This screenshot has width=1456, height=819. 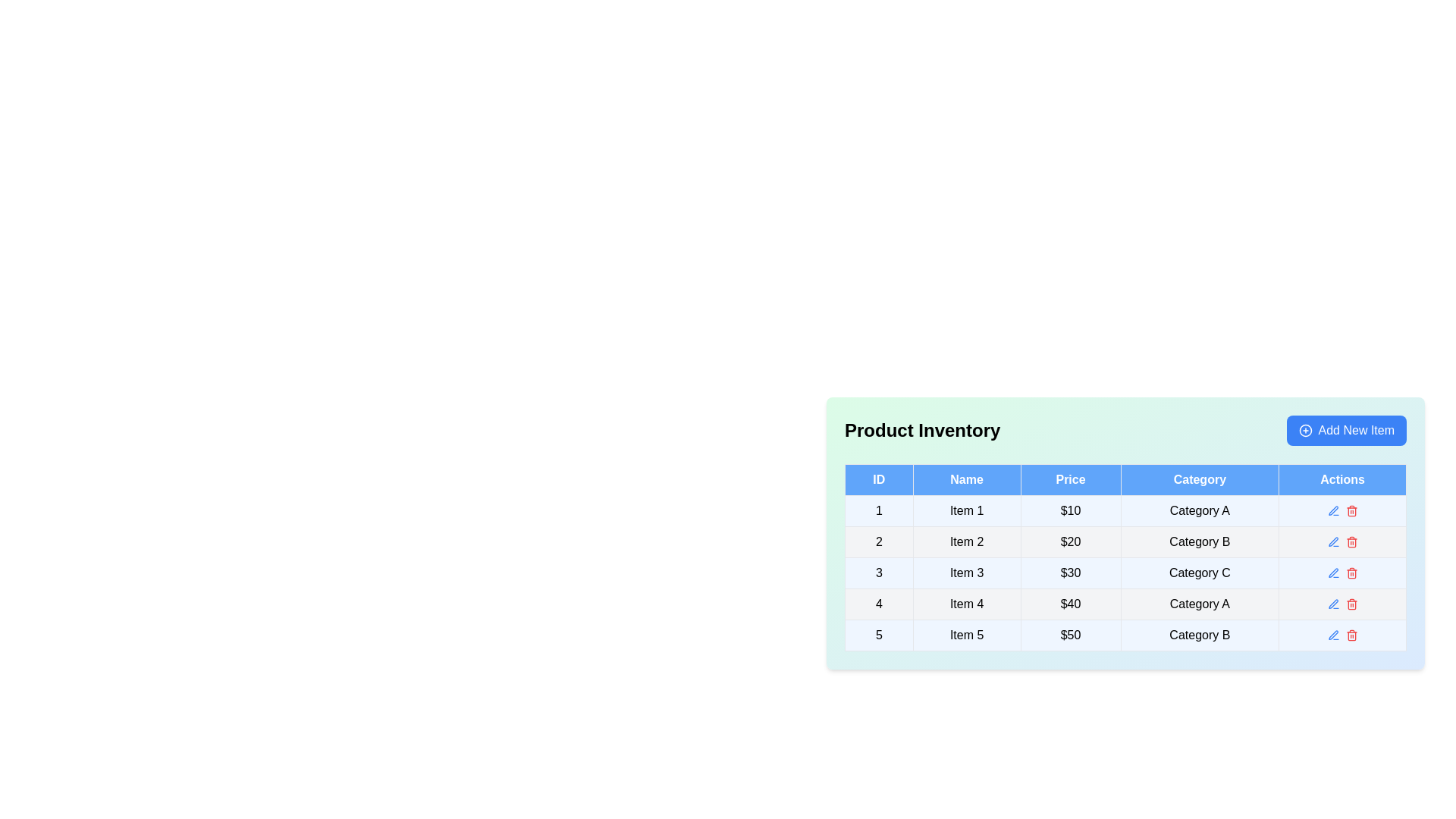 What do you see at coordinates (1125, 537) in the screenshot?
I see `the cell in the second row of the 'Product Inventory' table` at bounding box center [1125, 537].